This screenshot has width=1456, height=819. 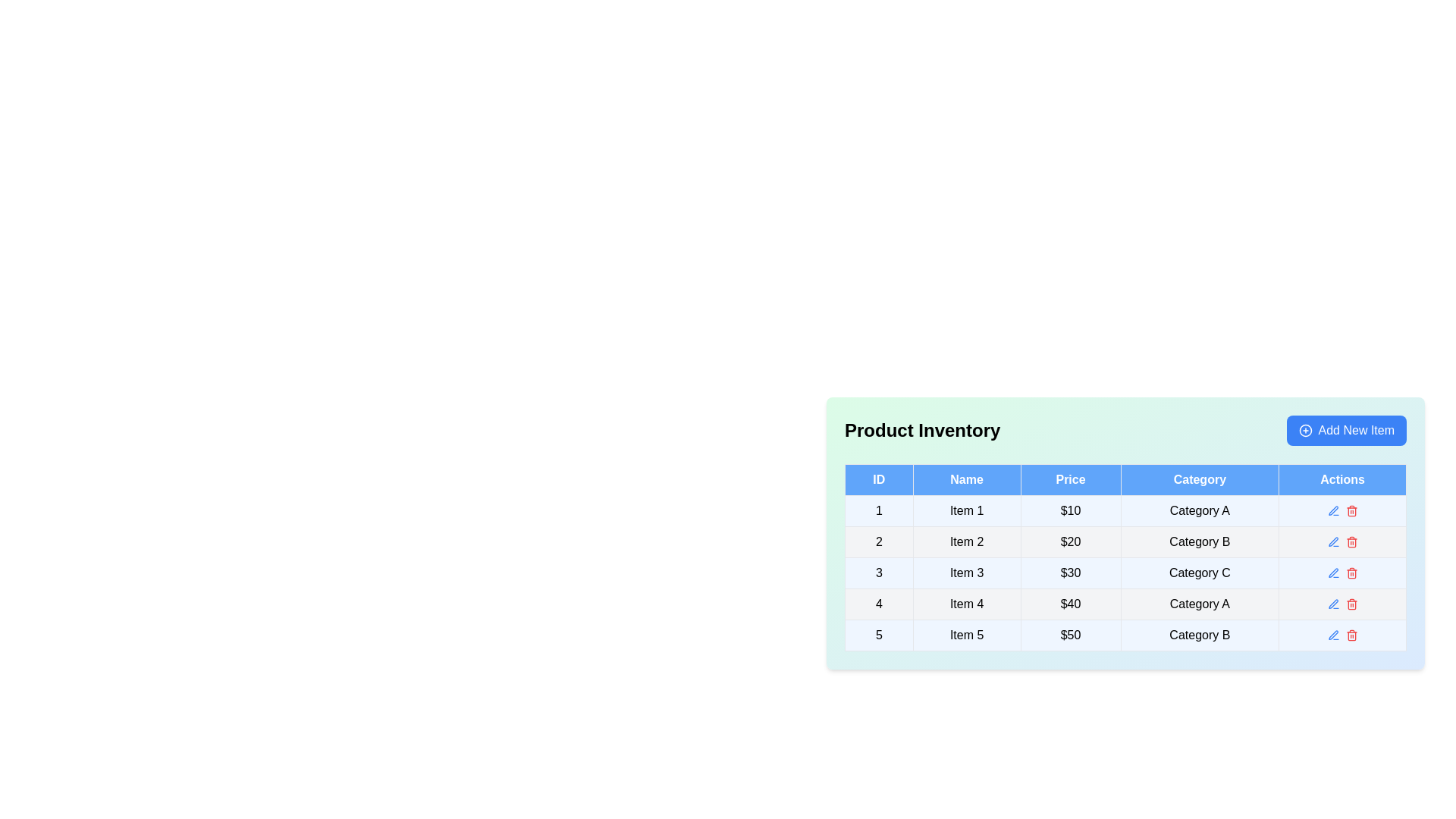 What do you see at coordinates (1125, 537) in the screenshot?
I see `the cell in the second row of the 'Product Inventory' table` at bounding box center [1125, 537].